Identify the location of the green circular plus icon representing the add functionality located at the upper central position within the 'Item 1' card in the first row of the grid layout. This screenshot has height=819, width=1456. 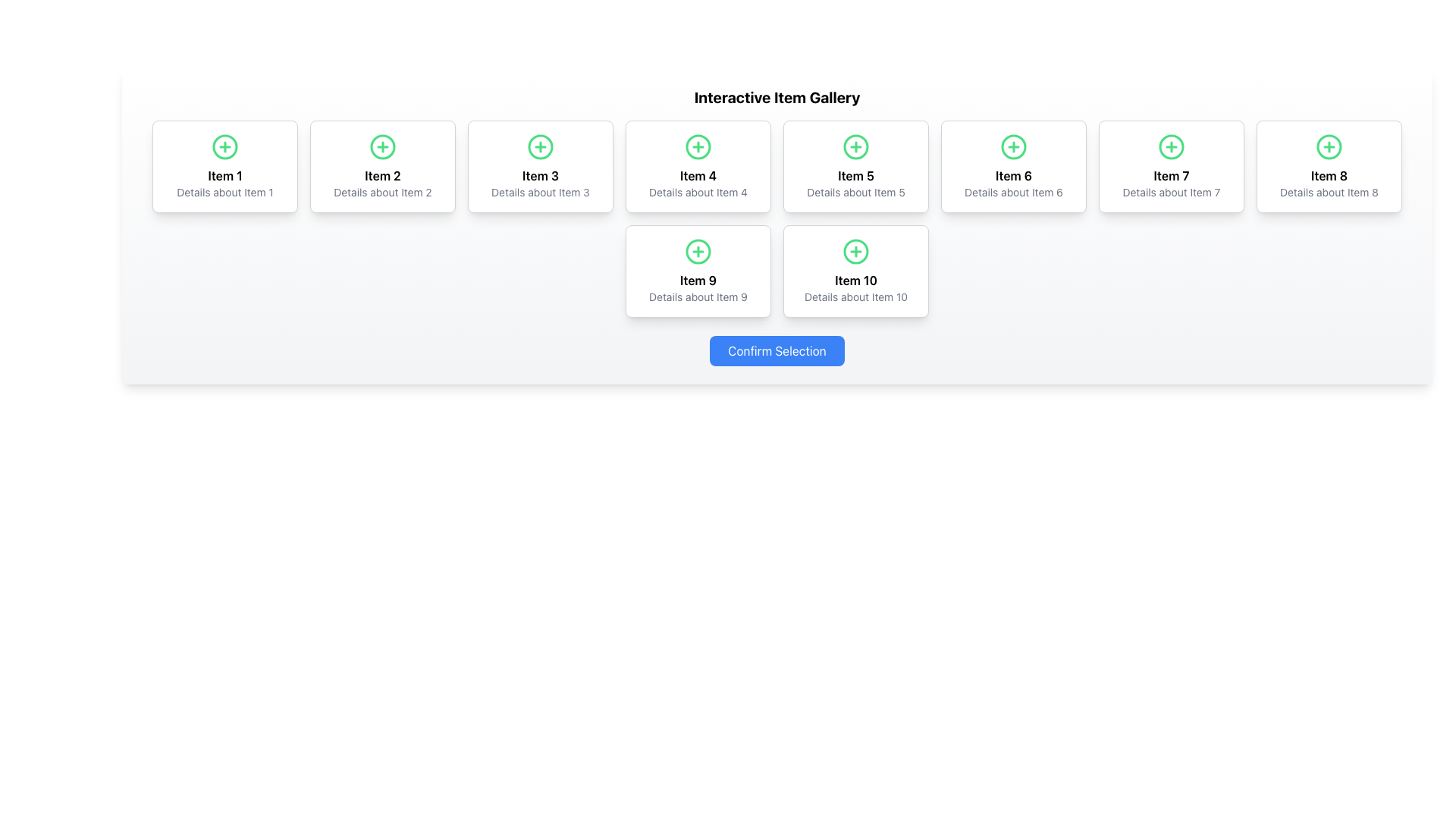
(224, 146).